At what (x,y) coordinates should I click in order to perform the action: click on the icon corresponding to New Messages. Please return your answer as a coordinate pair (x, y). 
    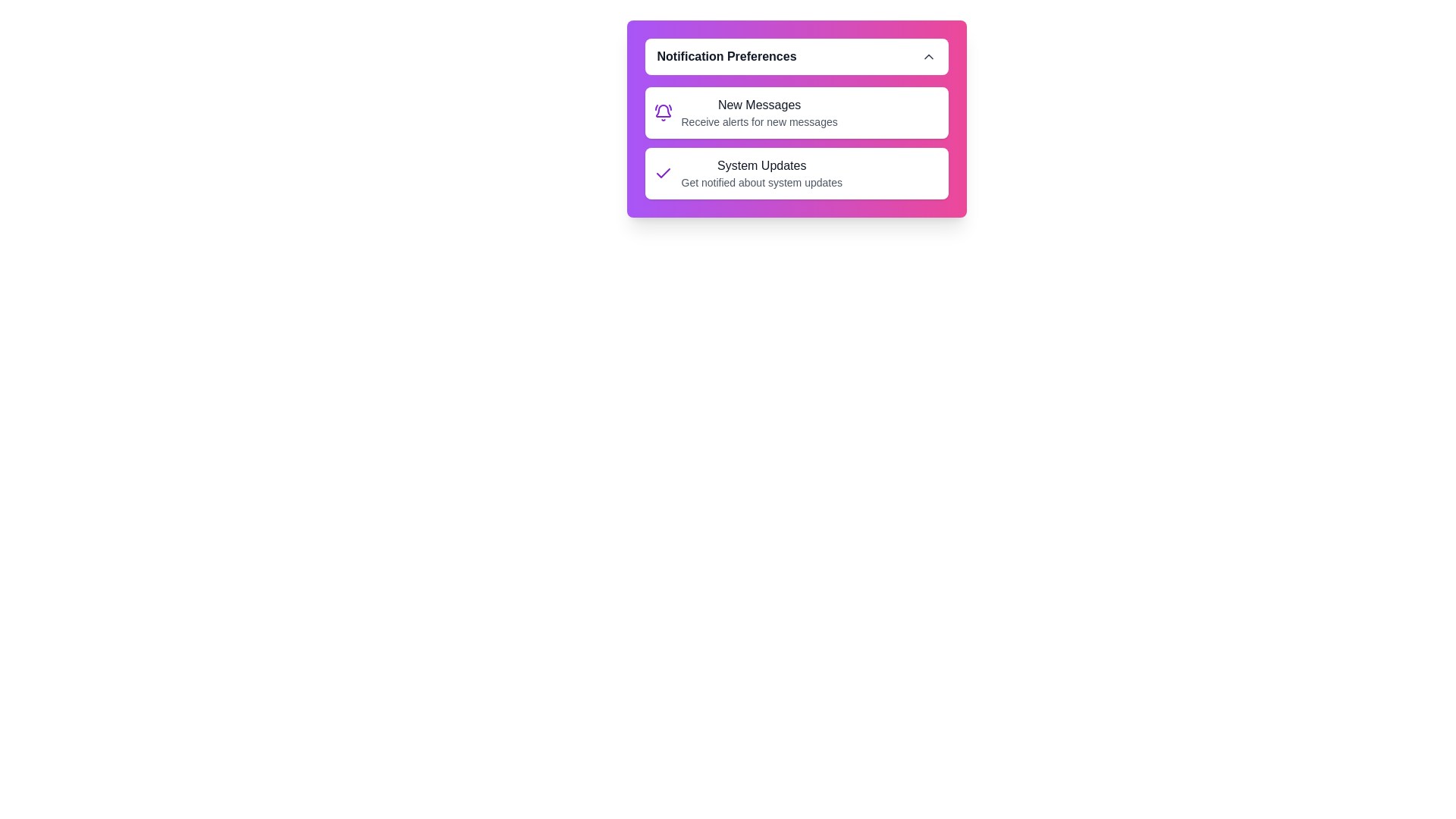
    Looking at the image, I should click on (663, 112).